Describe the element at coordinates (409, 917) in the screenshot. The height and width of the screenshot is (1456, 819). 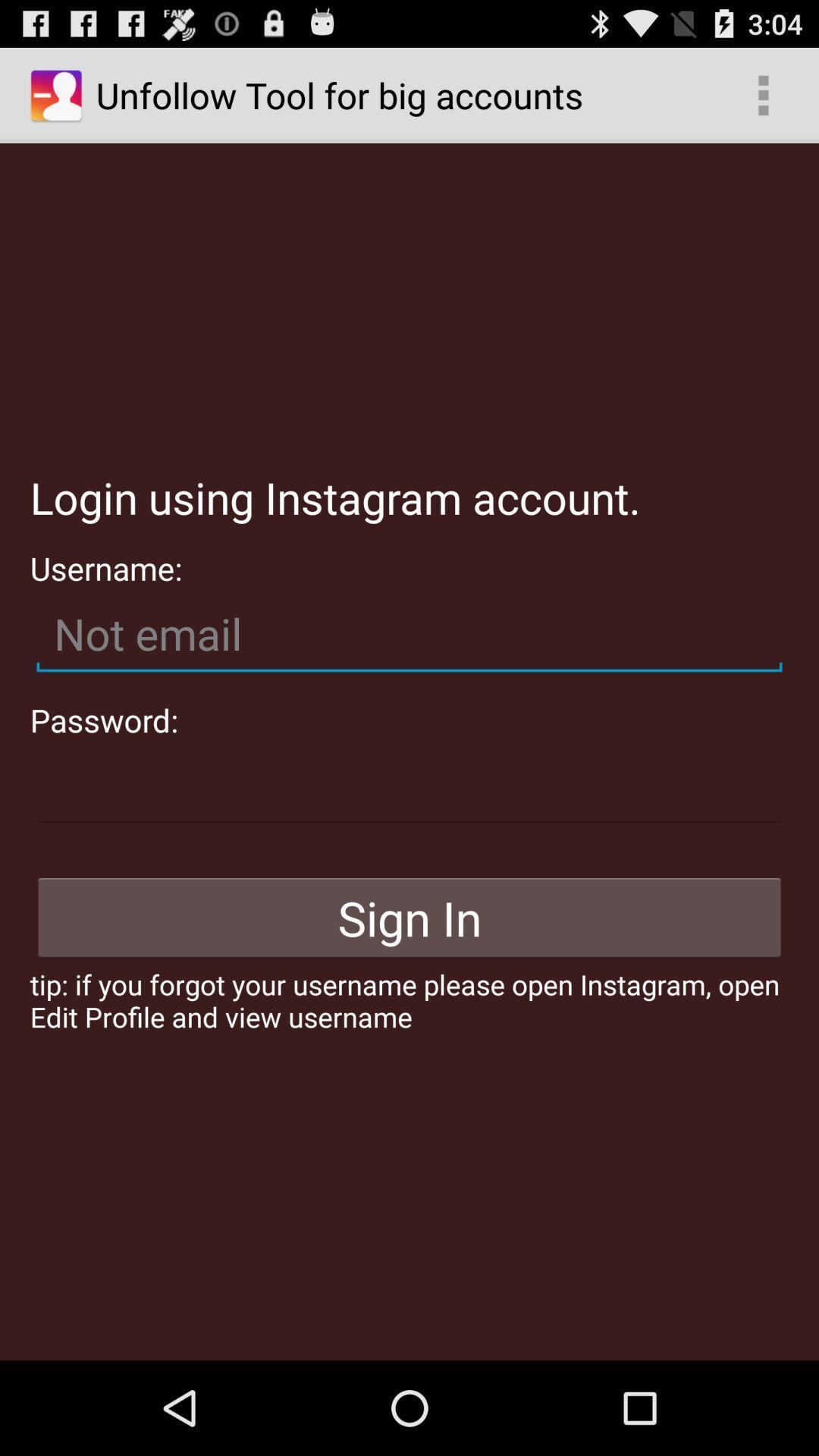
I see `sign in item` at that location.